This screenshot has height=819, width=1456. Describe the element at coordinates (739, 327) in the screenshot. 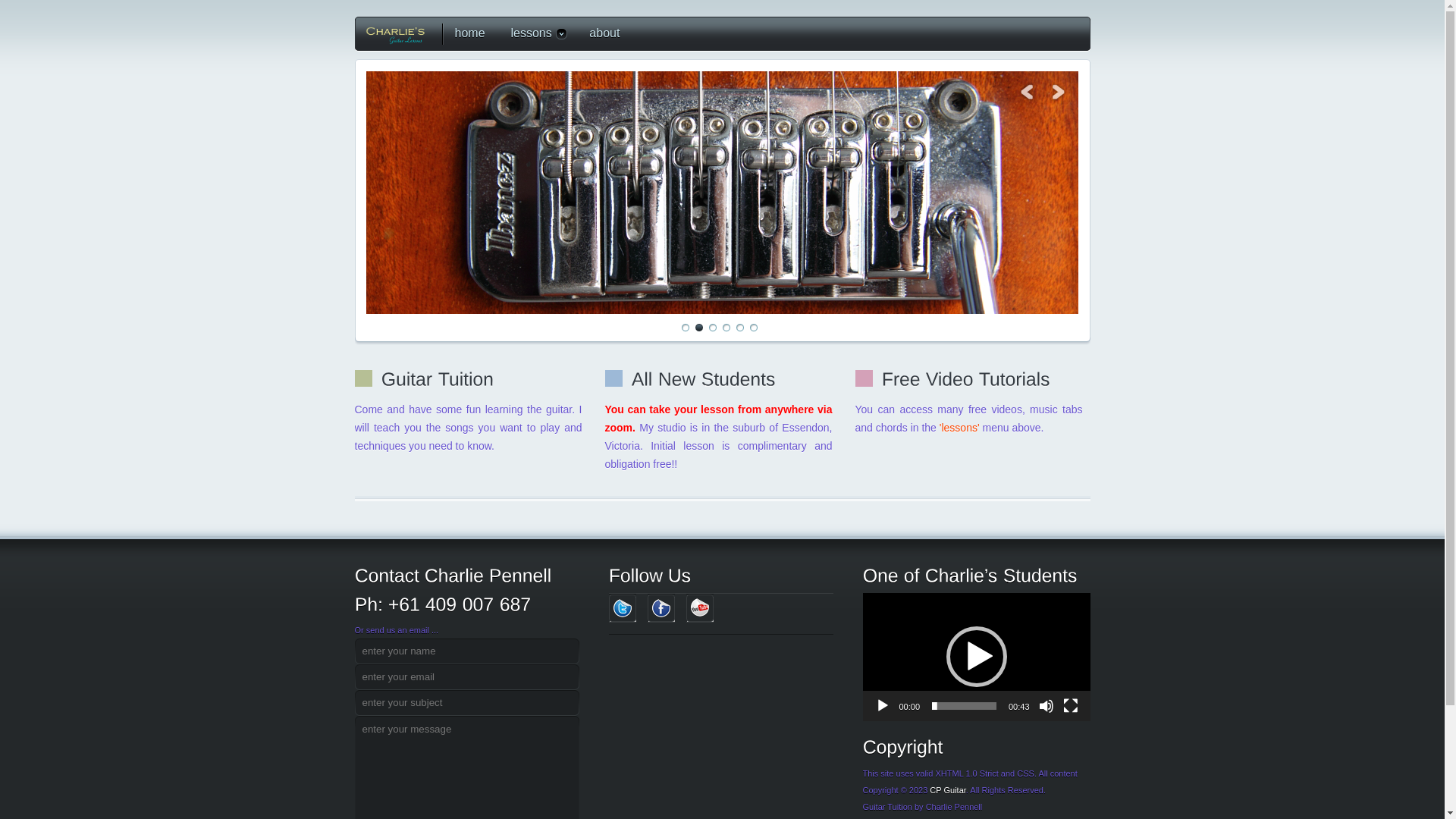

I see `'5'` at that location.